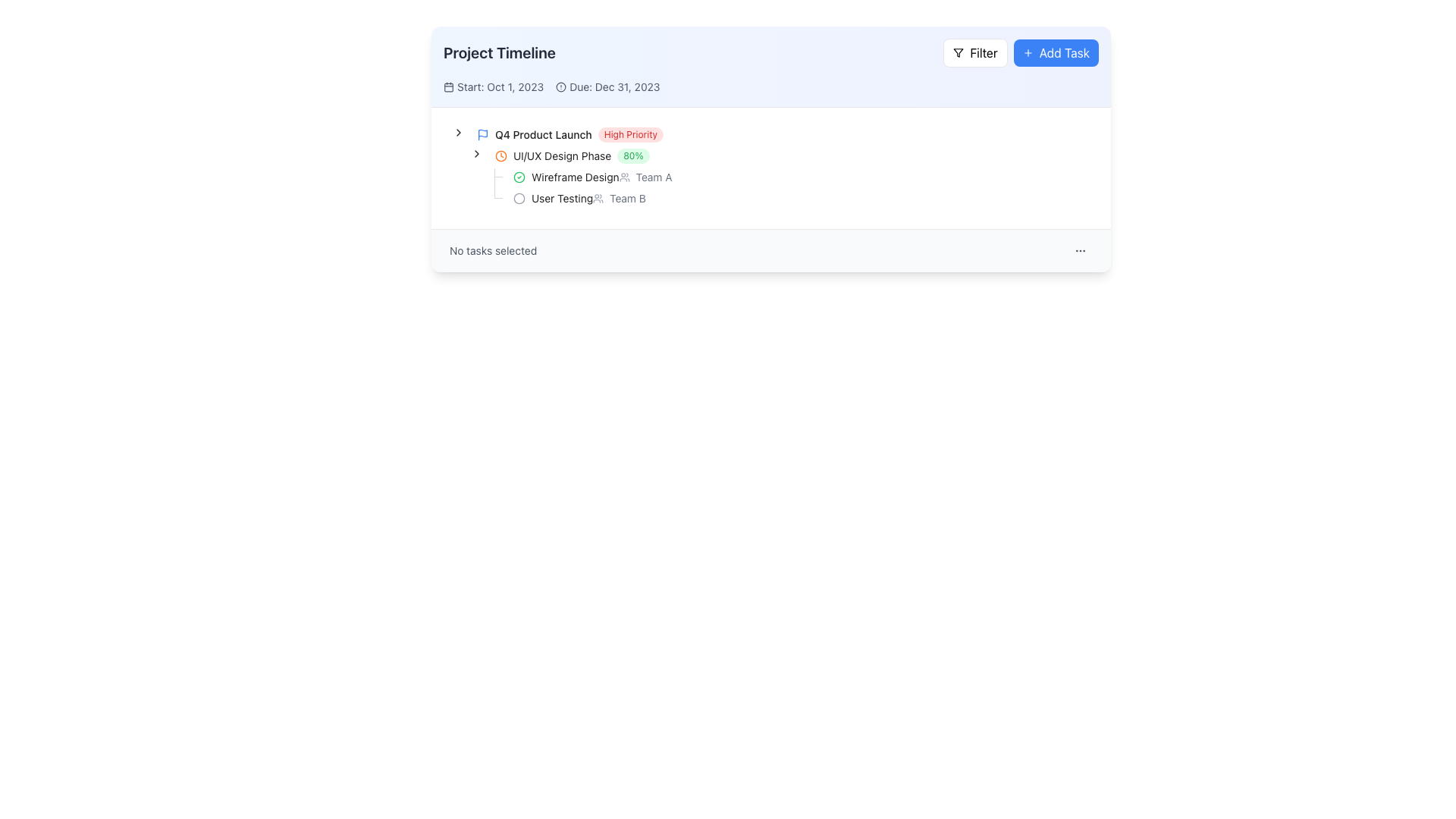 The height and width of the screenshot is (819, 1456). I want to click on text label displaying 'Q4 Product Launch', which is positioned between a blue flag icon and a red 'High Priority' label in the task list, so click(543, 133).